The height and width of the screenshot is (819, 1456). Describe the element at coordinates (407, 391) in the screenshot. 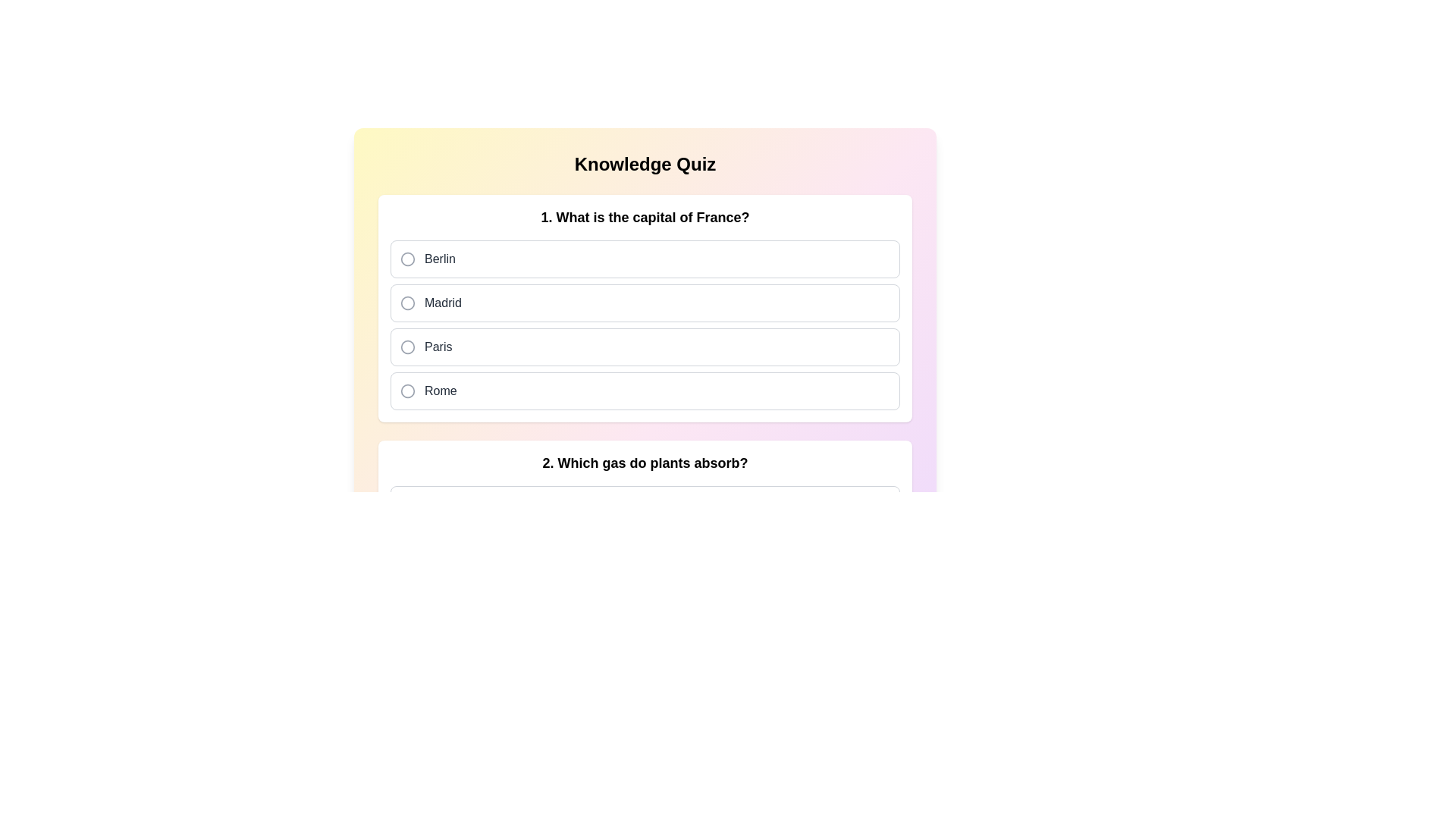

I see `the circular icon indicating the 'Rome' answer option for the question 'What is the capital of France?' if it is enabled` at that location.